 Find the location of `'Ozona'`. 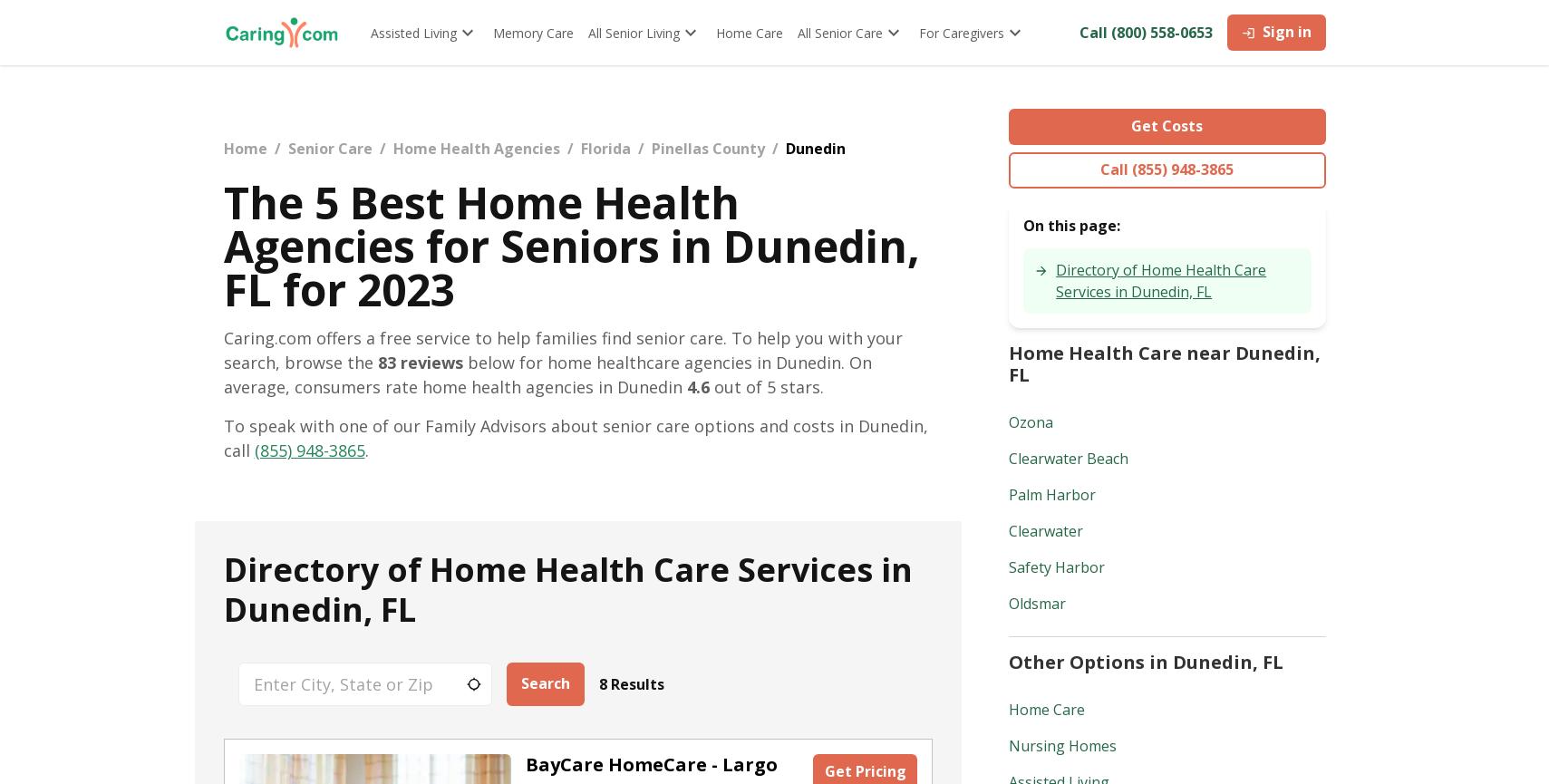

'Ozona' is located at coordinates (1031, 421).